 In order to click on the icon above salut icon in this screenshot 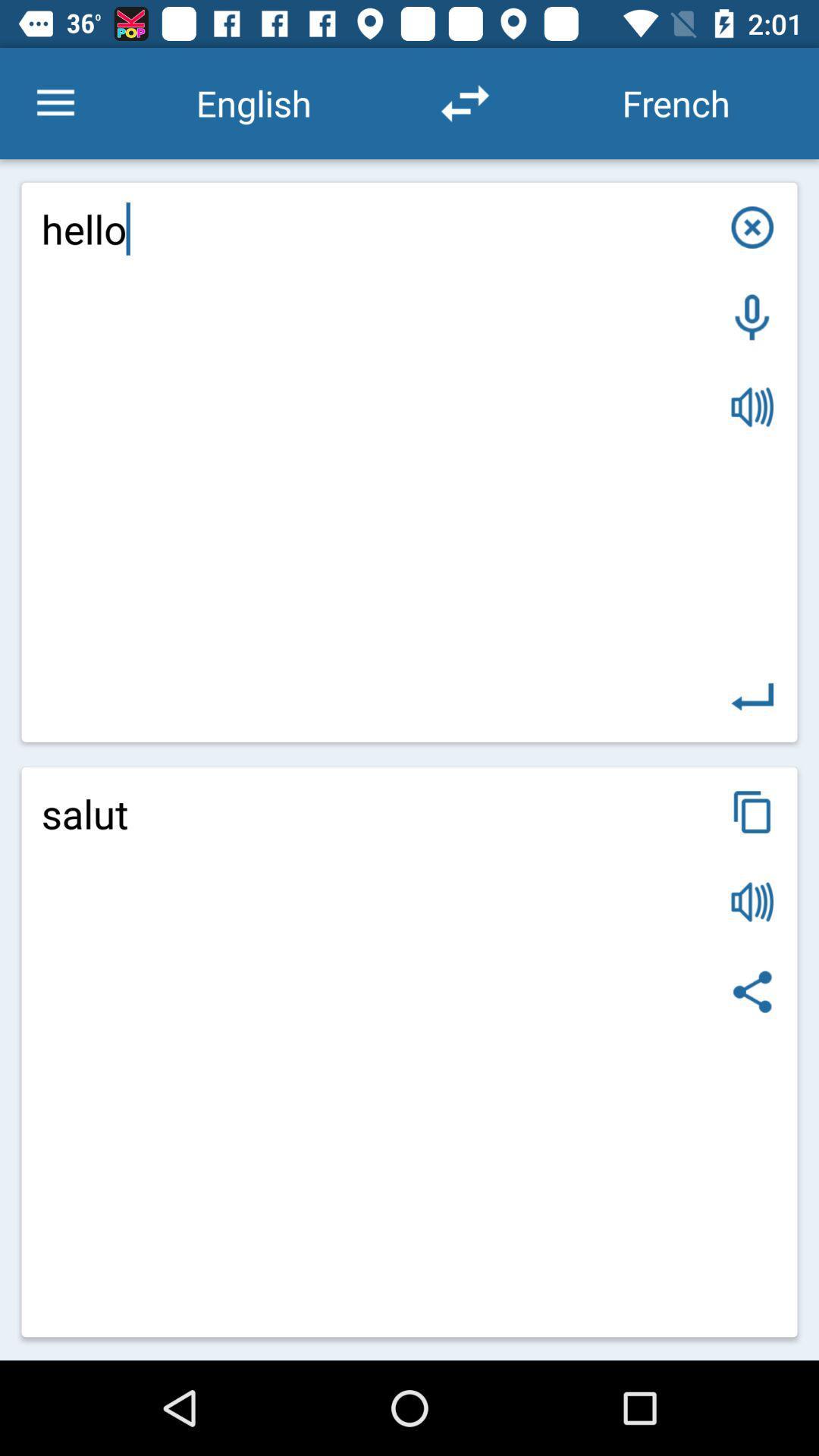, I will do `click(409, 461)`.